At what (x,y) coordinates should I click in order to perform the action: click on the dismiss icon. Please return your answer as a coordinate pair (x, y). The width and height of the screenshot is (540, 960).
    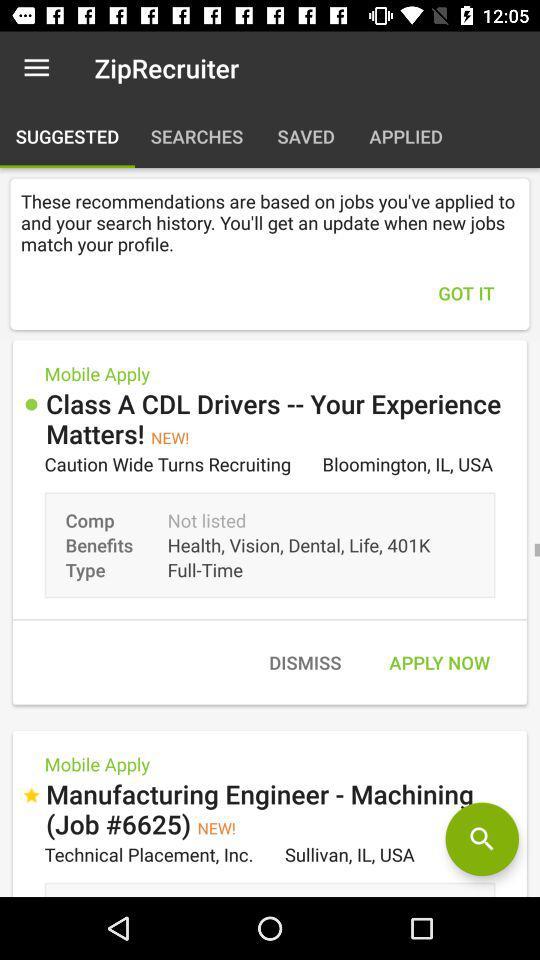
    Looking at the image, I should click on (305, 662).